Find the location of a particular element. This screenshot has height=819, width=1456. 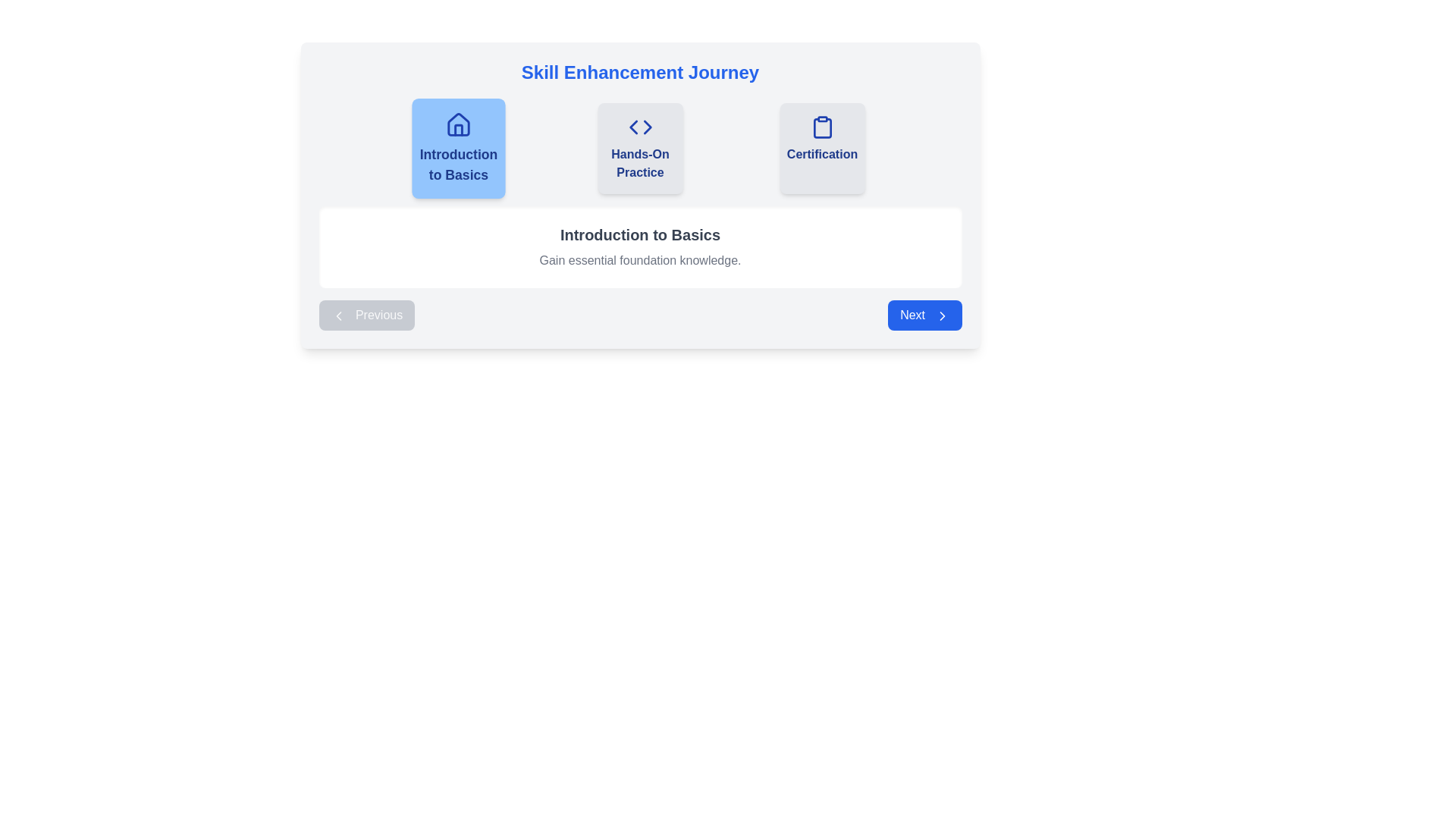

the 'Previous' button which has a light gray background and white text, featuring rounded corners and an arrow icon for backward navigation is located at coordinates (366, 315).